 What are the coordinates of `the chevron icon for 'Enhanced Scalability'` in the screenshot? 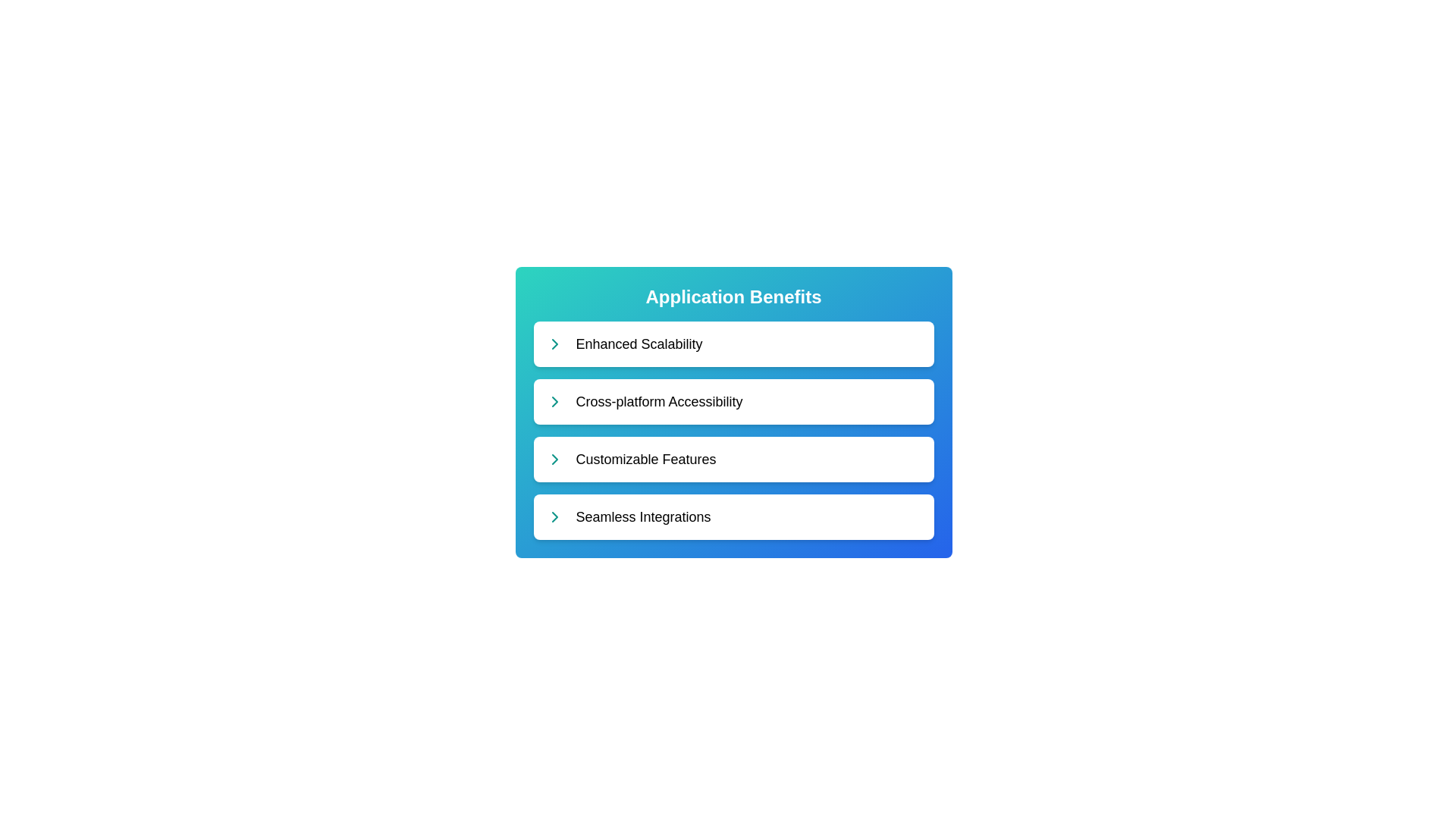 It's located at (554, 344).